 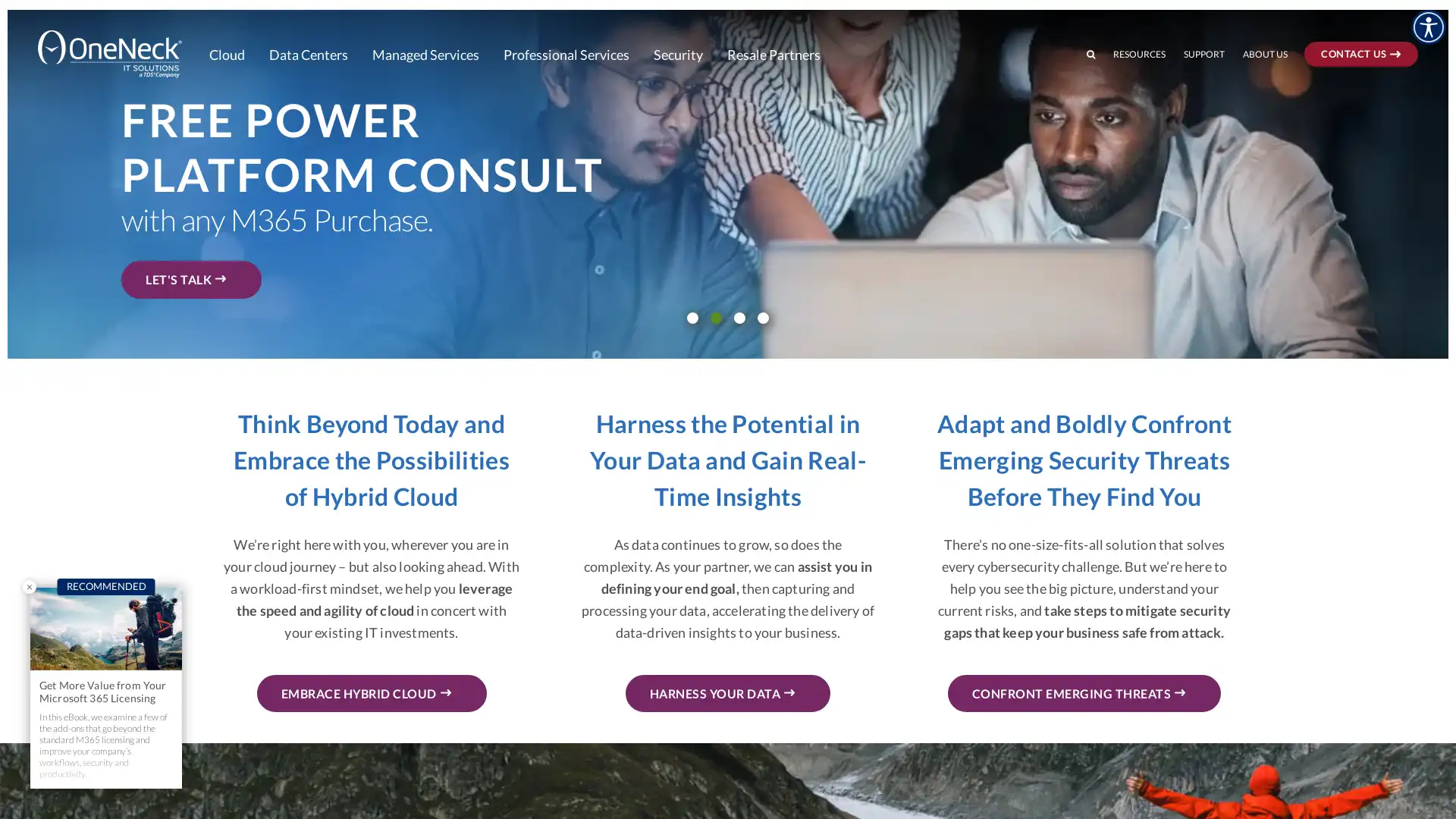 What do you see at coordinates (1083, 693) in the screenshot?
I see `CONFRONT EMERGING THREATS` at bounding box center [1083, 693].